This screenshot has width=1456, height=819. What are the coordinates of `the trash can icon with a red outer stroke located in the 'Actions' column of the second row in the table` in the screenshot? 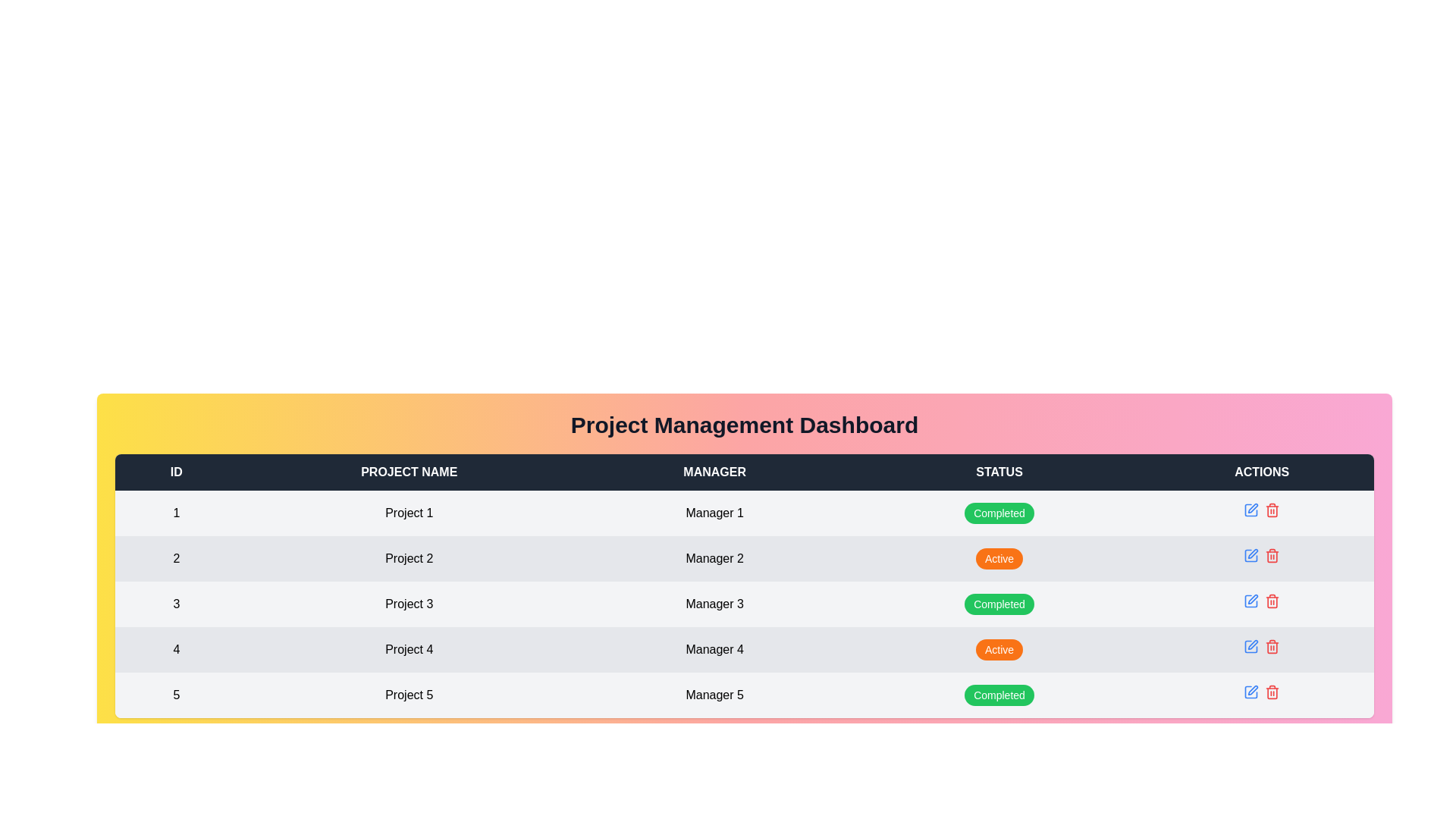 It's located at (1272, 510).